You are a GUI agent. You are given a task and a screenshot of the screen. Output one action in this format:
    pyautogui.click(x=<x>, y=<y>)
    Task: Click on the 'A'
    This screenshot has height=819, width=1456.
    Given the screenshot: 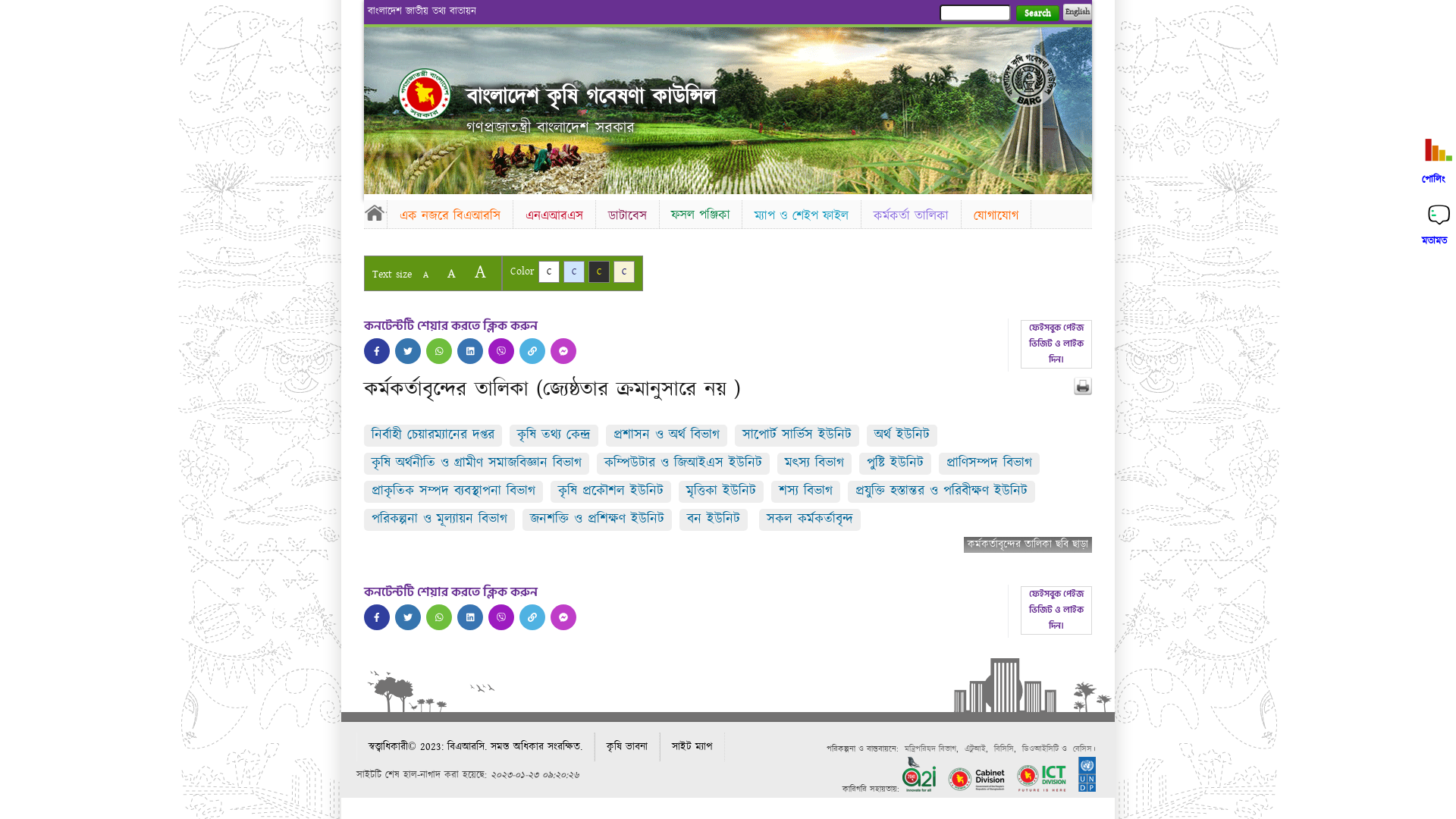 What is the action you would take?
    pyautogui.click(x=425, y=275)
    